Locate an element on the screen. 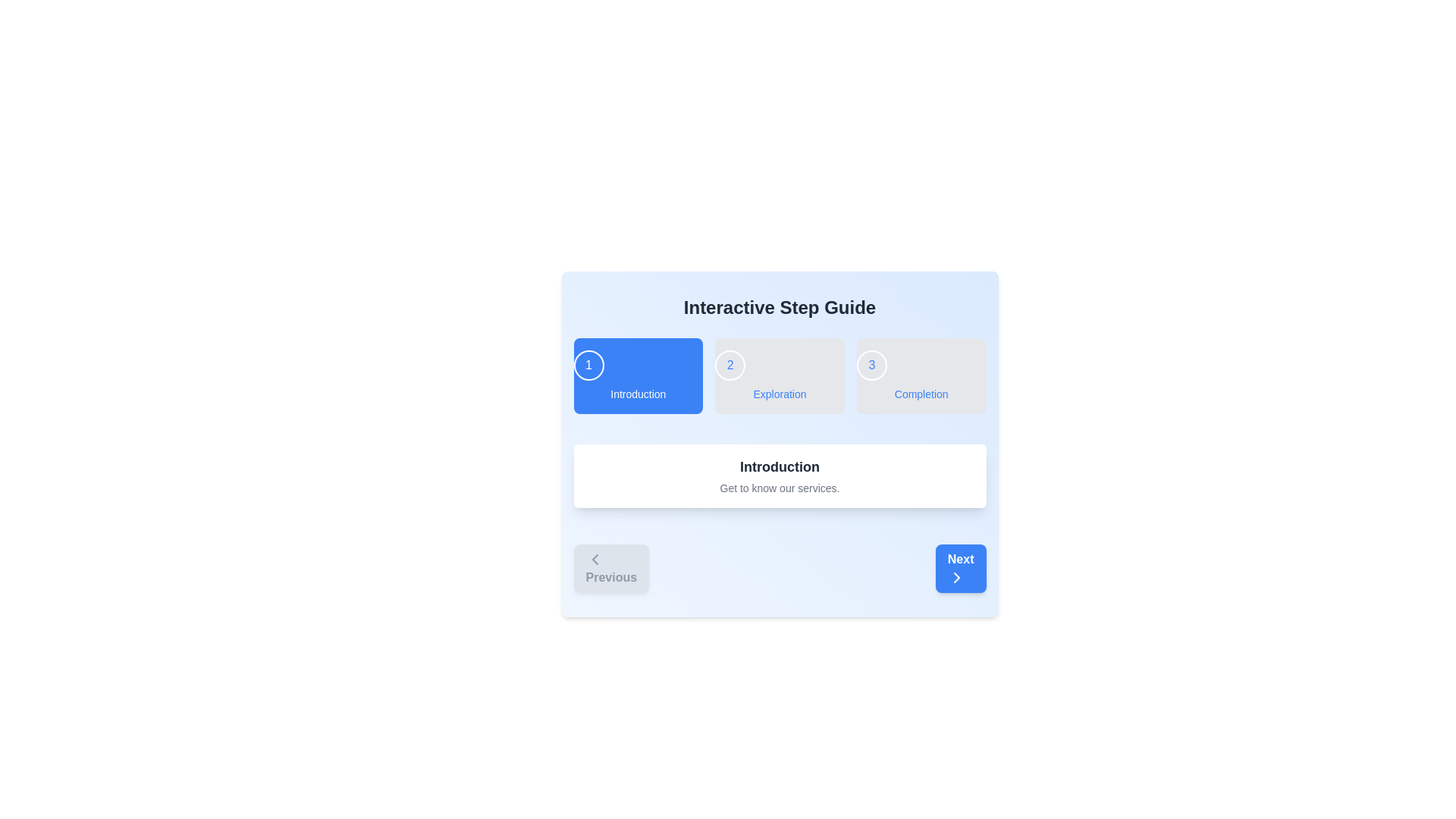 The image size is (1456, 819). the text label that contains the phrase 'Get to know our services.' which is styled with a small font size and gray color, located below the 'Introduction' label is located at coordinates (780, 488).